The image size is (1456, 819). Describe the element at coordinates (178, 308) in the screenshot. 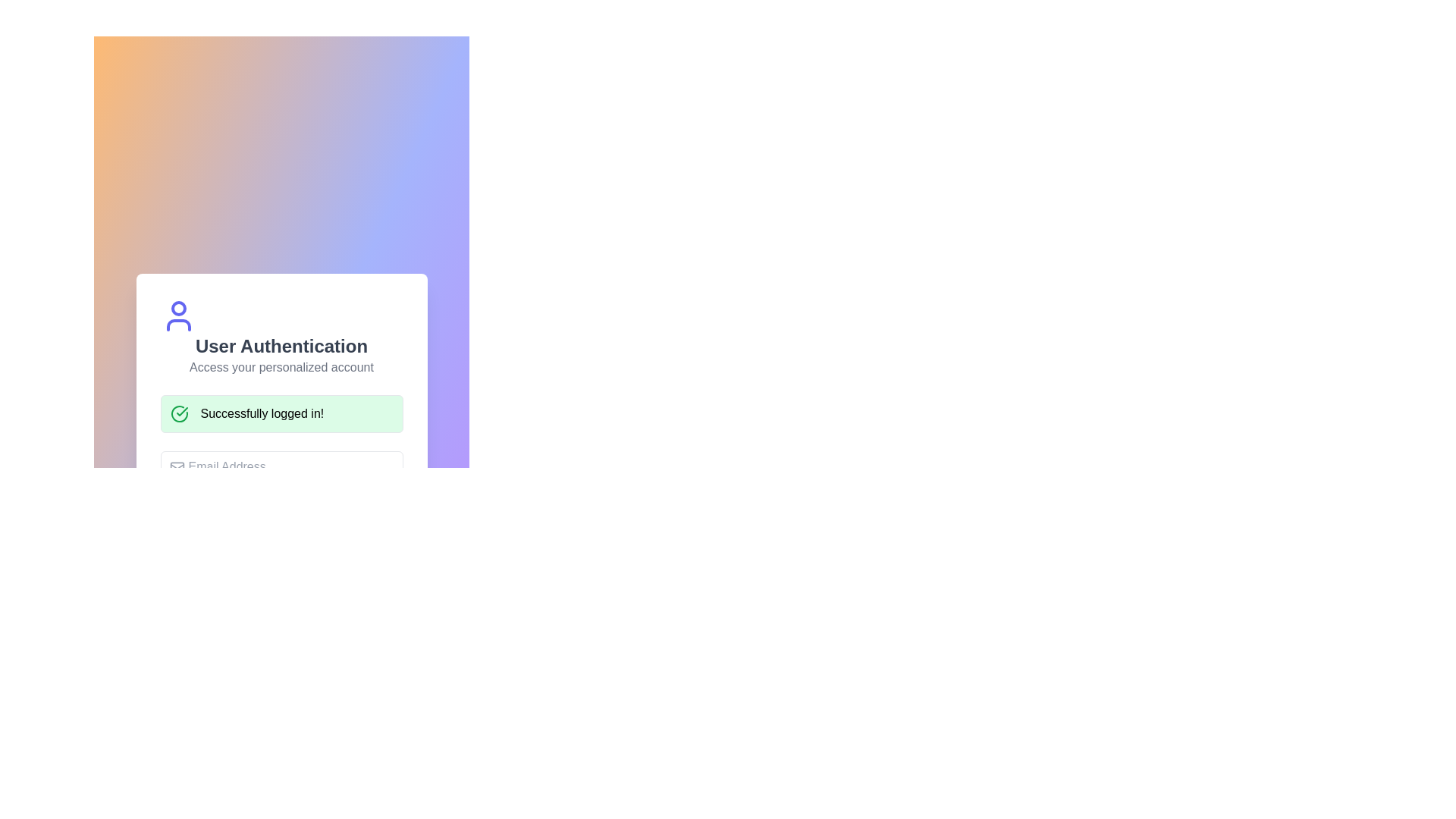

I see `the decorative Circle that forms the head of the user icon within the SVG graphic` at that location.